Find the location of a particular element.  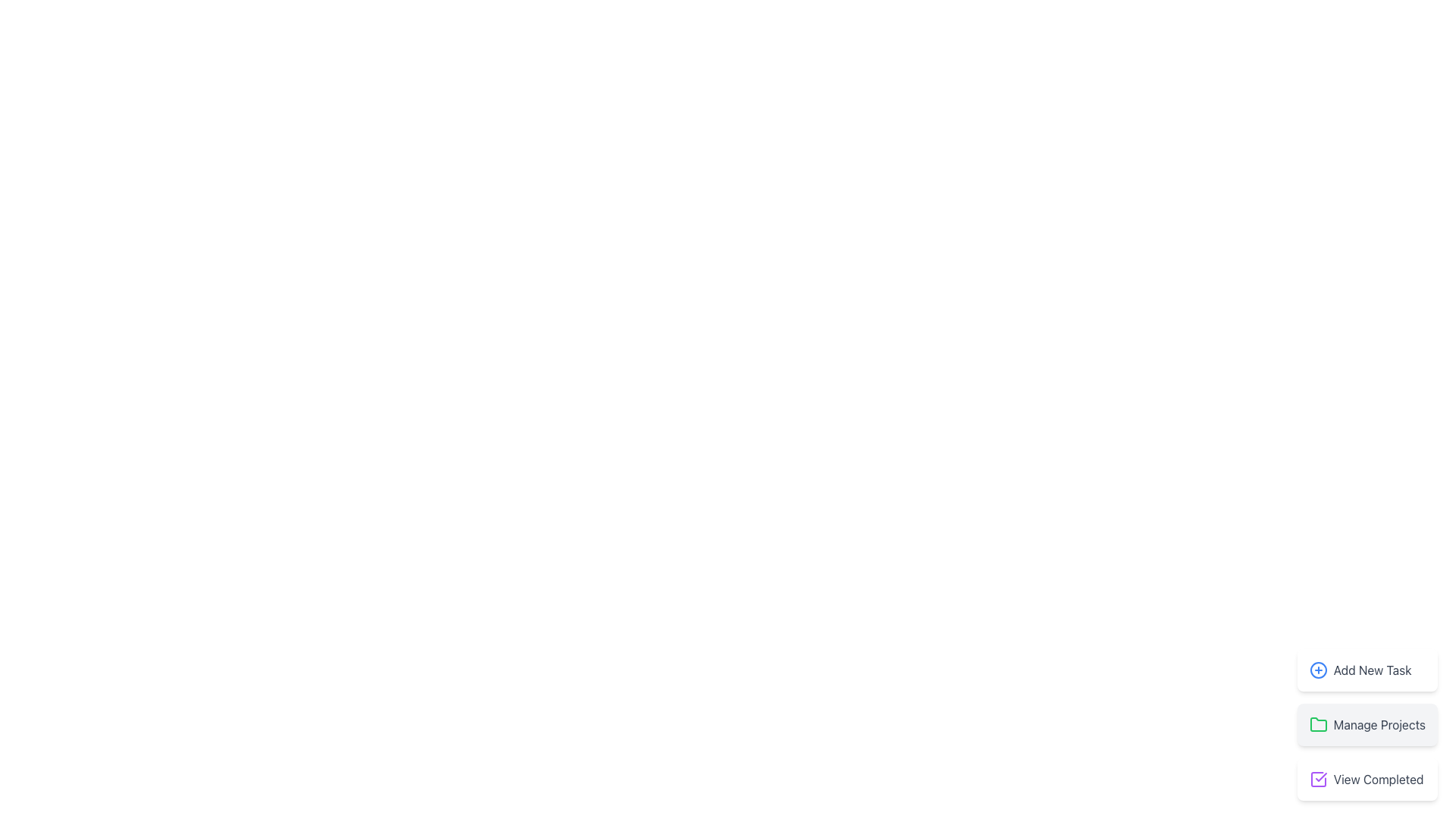

the 'Manage Projects' label next to the green folder icon is located at coordinates (1367, 724).